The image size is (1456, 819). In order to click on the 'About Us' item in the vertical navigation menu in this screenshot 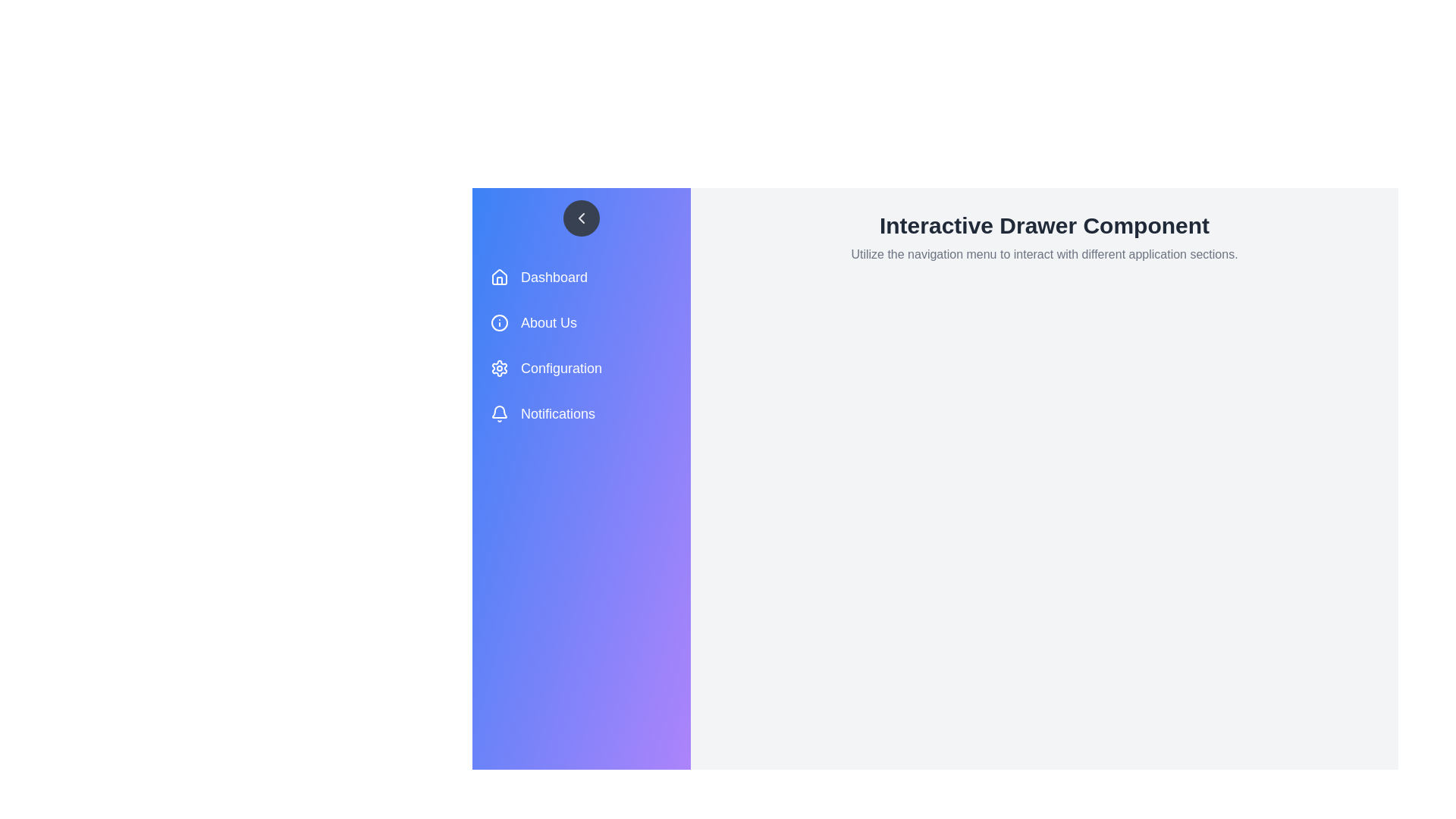, I will do `click(586, 345)`.